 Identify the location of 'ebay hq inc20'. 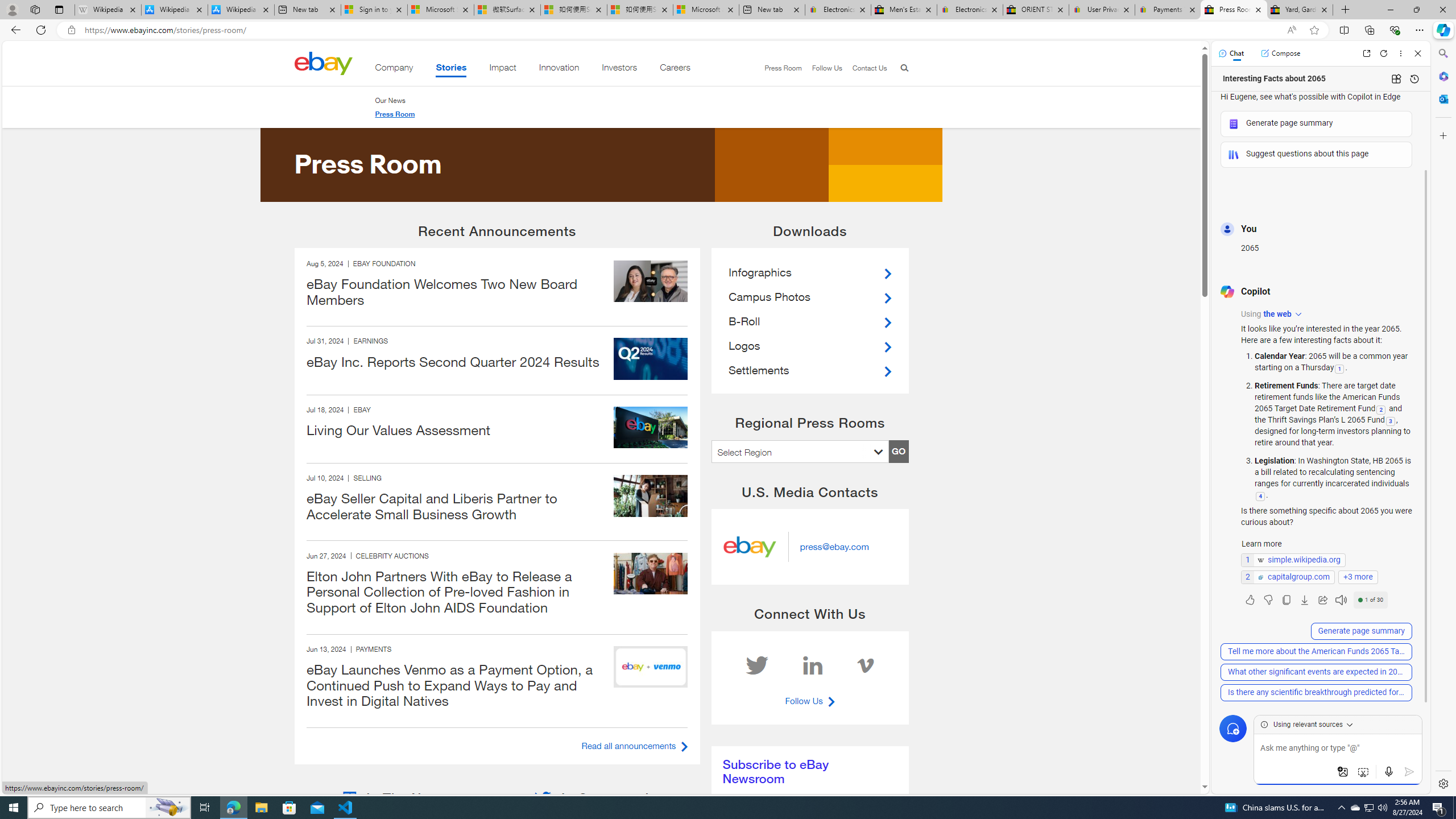
(651, 427).